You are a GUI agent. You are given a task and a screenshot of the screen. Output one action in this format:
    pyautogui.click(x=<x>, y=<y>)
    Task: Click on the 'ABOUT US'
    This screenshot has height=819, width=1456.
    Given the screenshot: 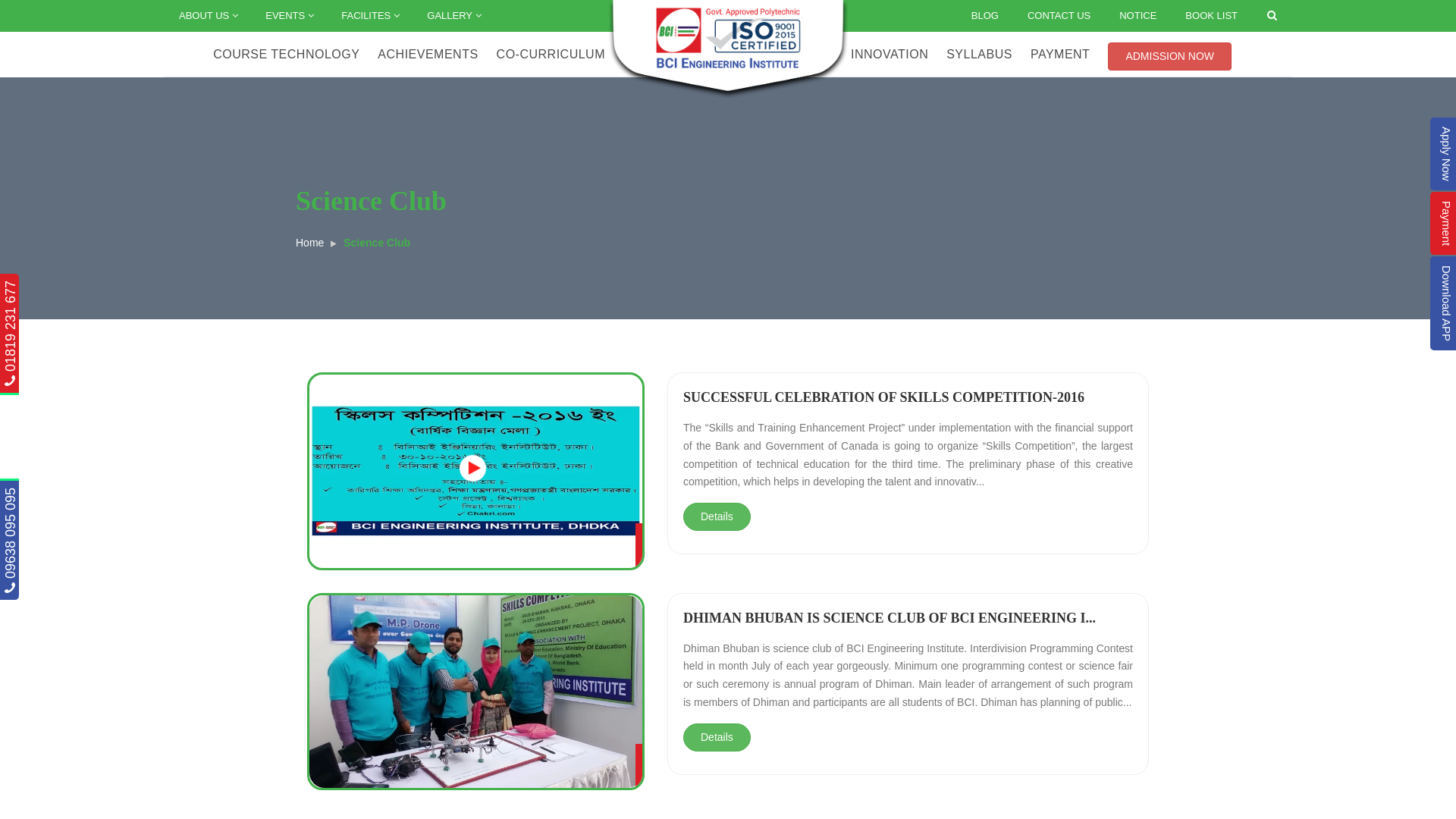 What is the action you would take?
    pyautogui.click(x=206, y=15)
    